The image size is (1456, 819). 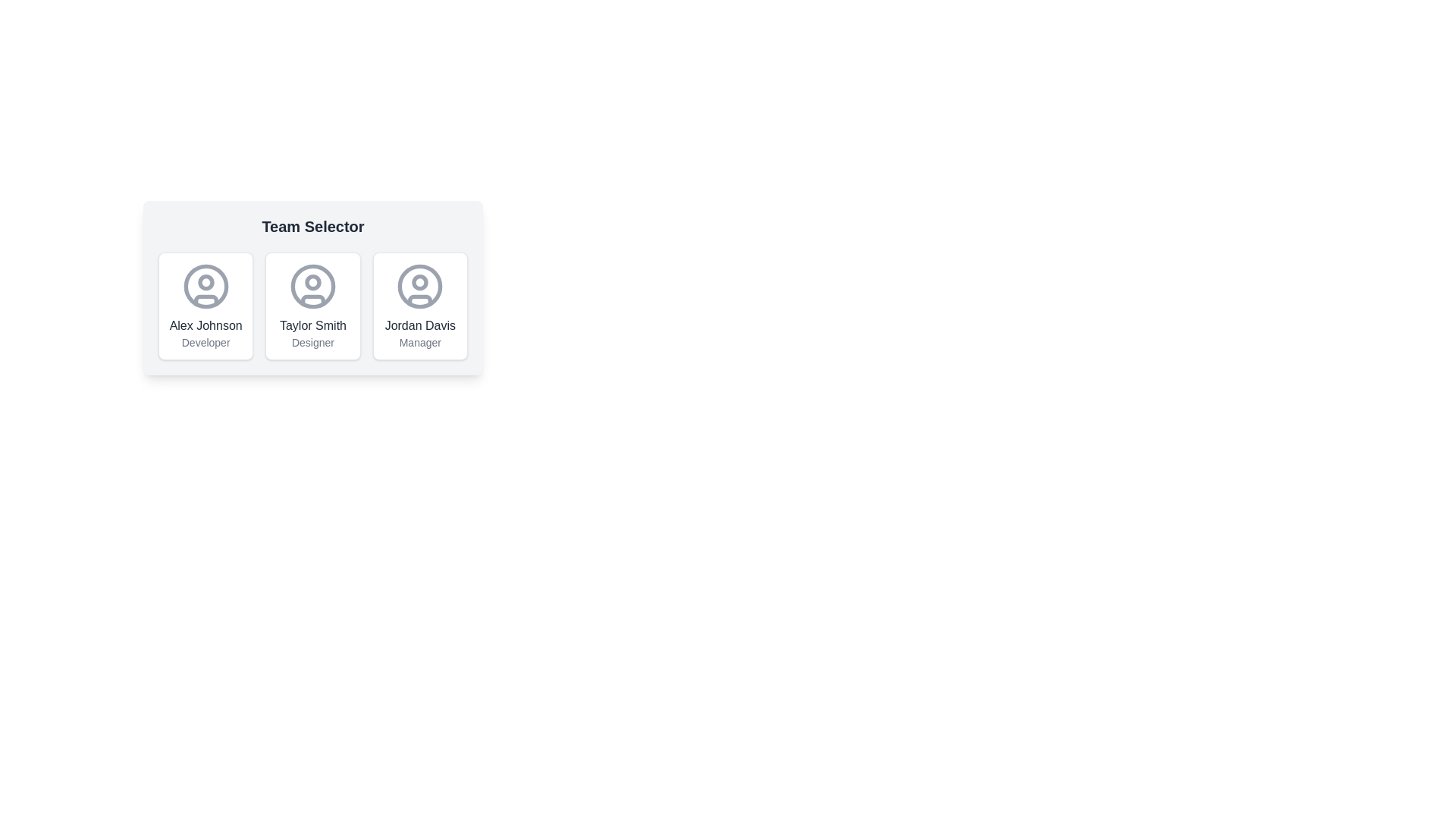 What do you see at coordinates (420, 325) in the screenshot?
I see `the text label displaying 'Jordan Davis' in a bold font, positioned above the title 'Manager' within the rightmost card` at bounding box center [420, 325].